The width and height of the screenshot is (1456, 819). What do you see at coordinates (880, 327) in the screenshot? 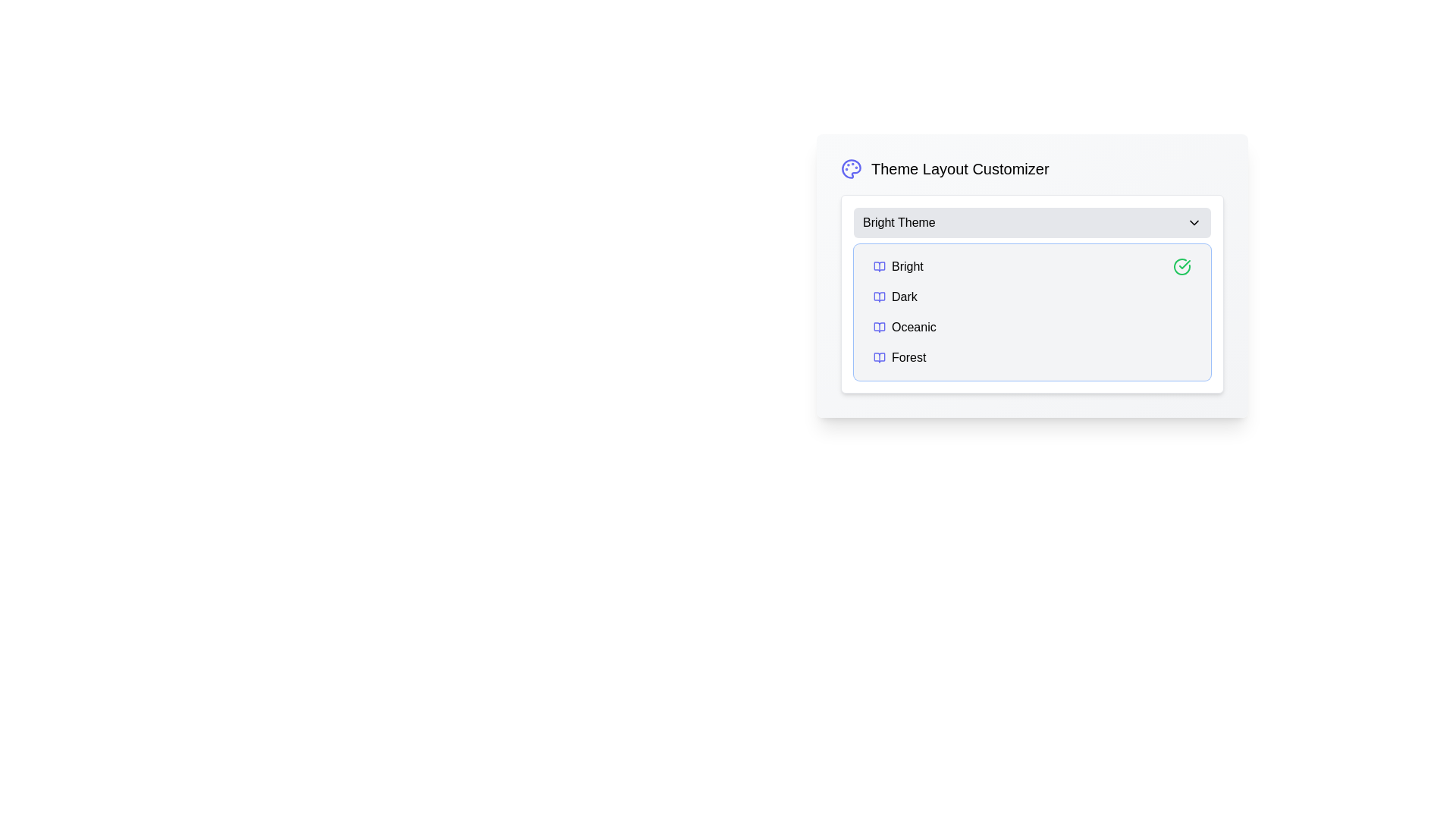
I see `the decorative icon that symbolizes the 'Oceanic' option, which is located to the left of the text 'Oceanic'` at bounding box center [880, 327].